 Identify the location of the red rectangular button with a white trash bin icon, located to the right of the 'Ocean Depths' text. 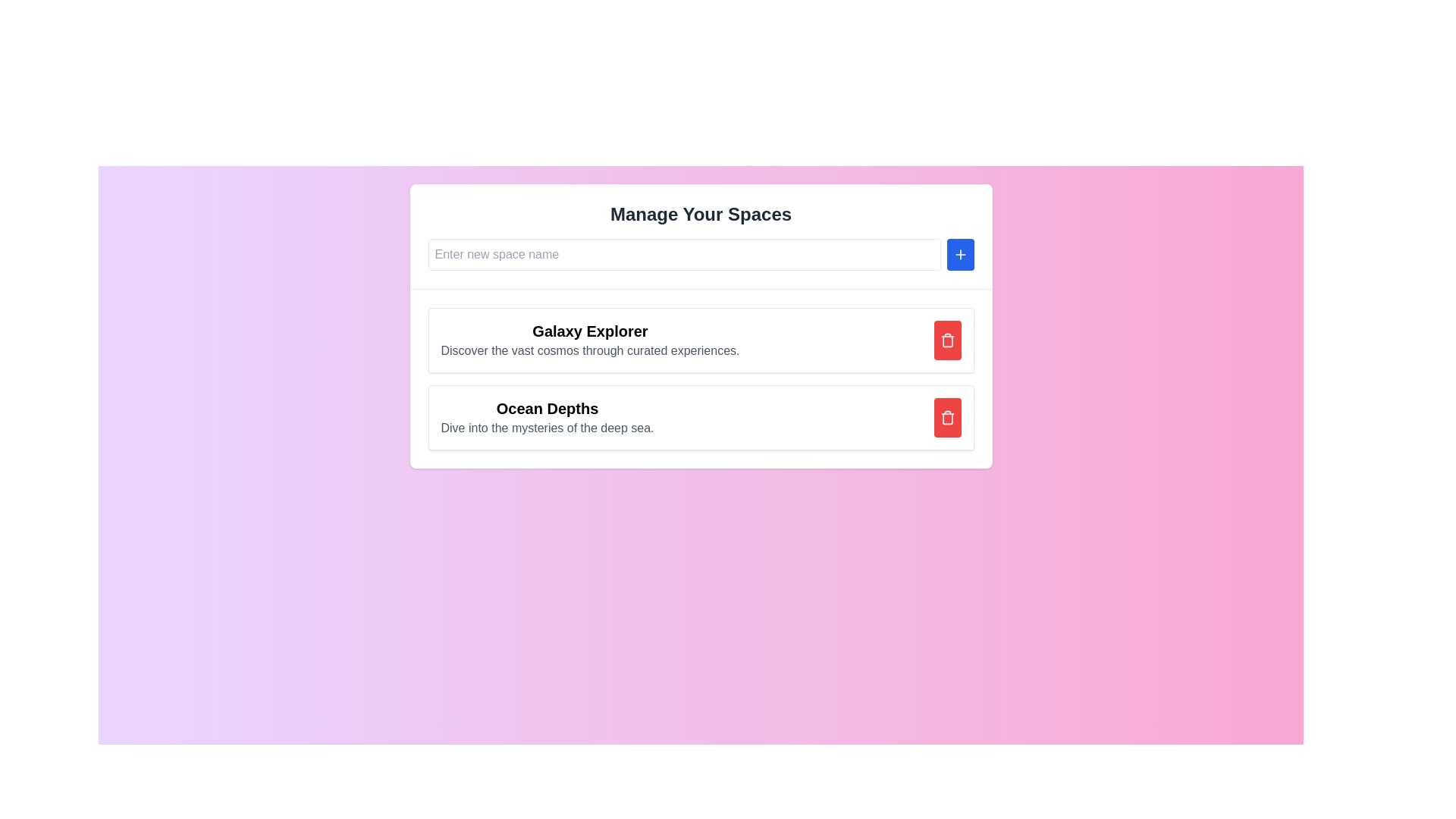
(946, 418).